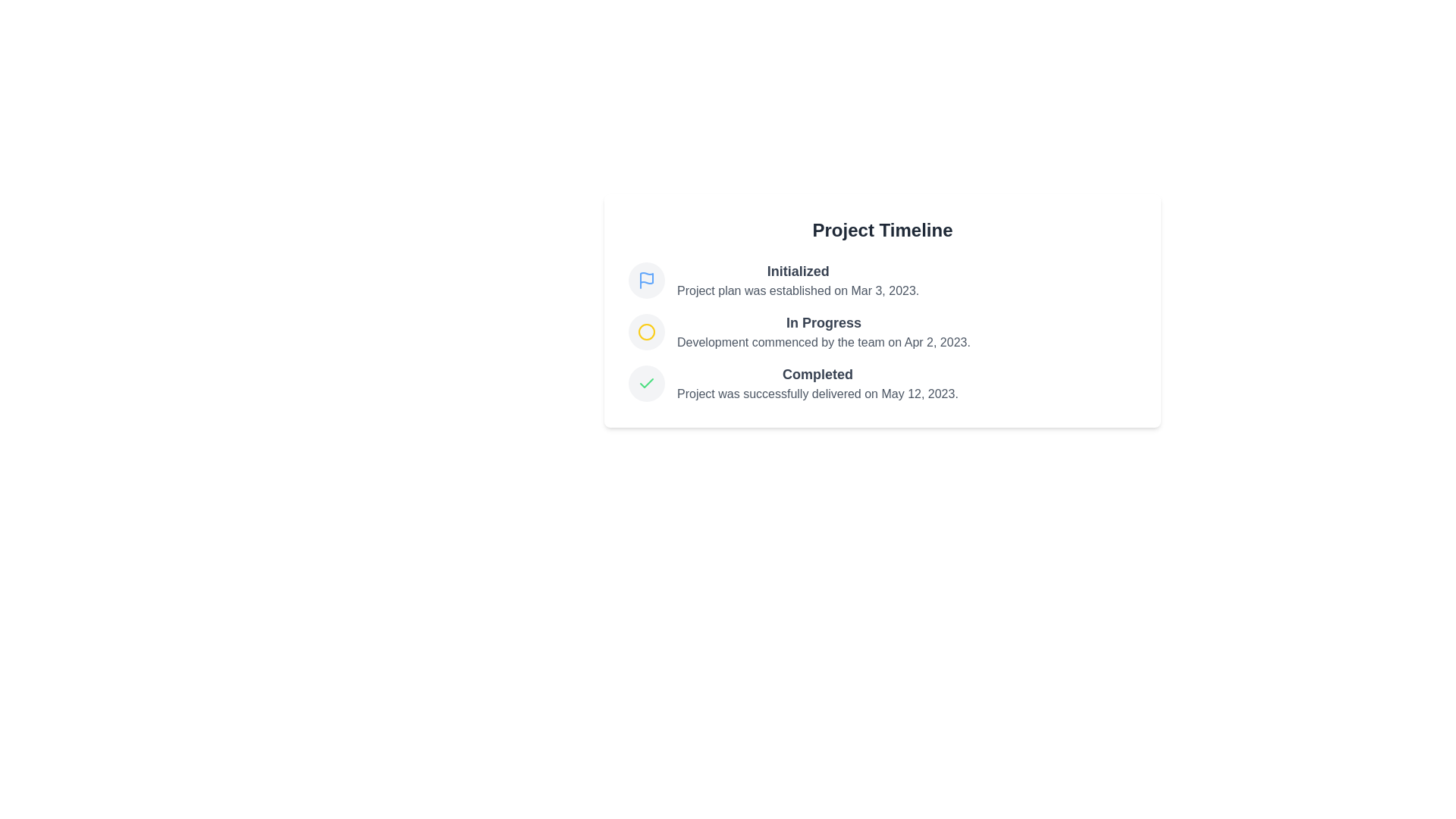  I want to click on information displayed in the text label indicating the start date of the development phase of the project, which is located under the 'In Progress' section of the timeline component, so click(823, 342).